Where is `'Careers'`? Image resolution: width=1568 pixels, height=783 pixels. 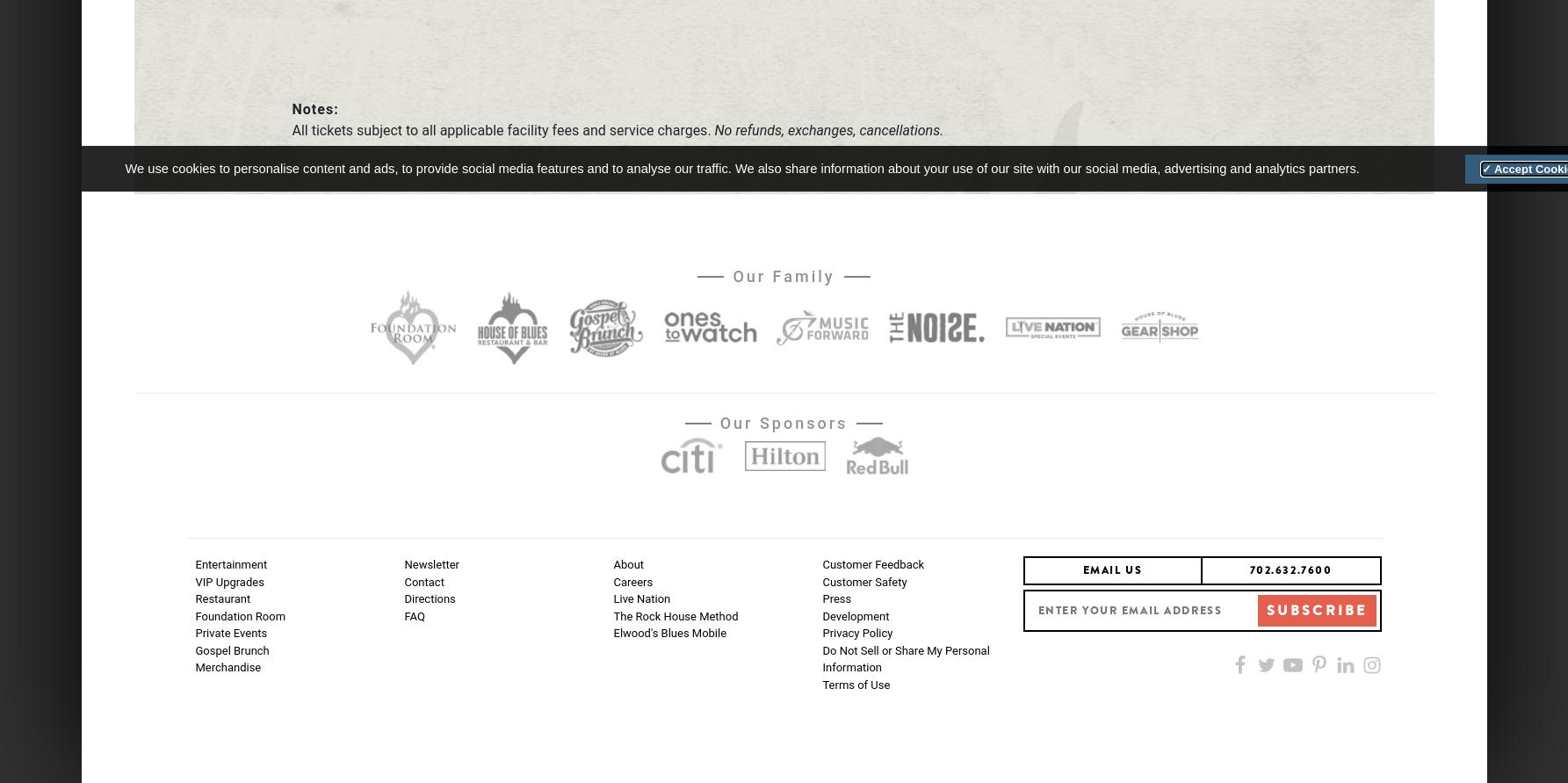 'Careers' is located at coordinates (632, 580).